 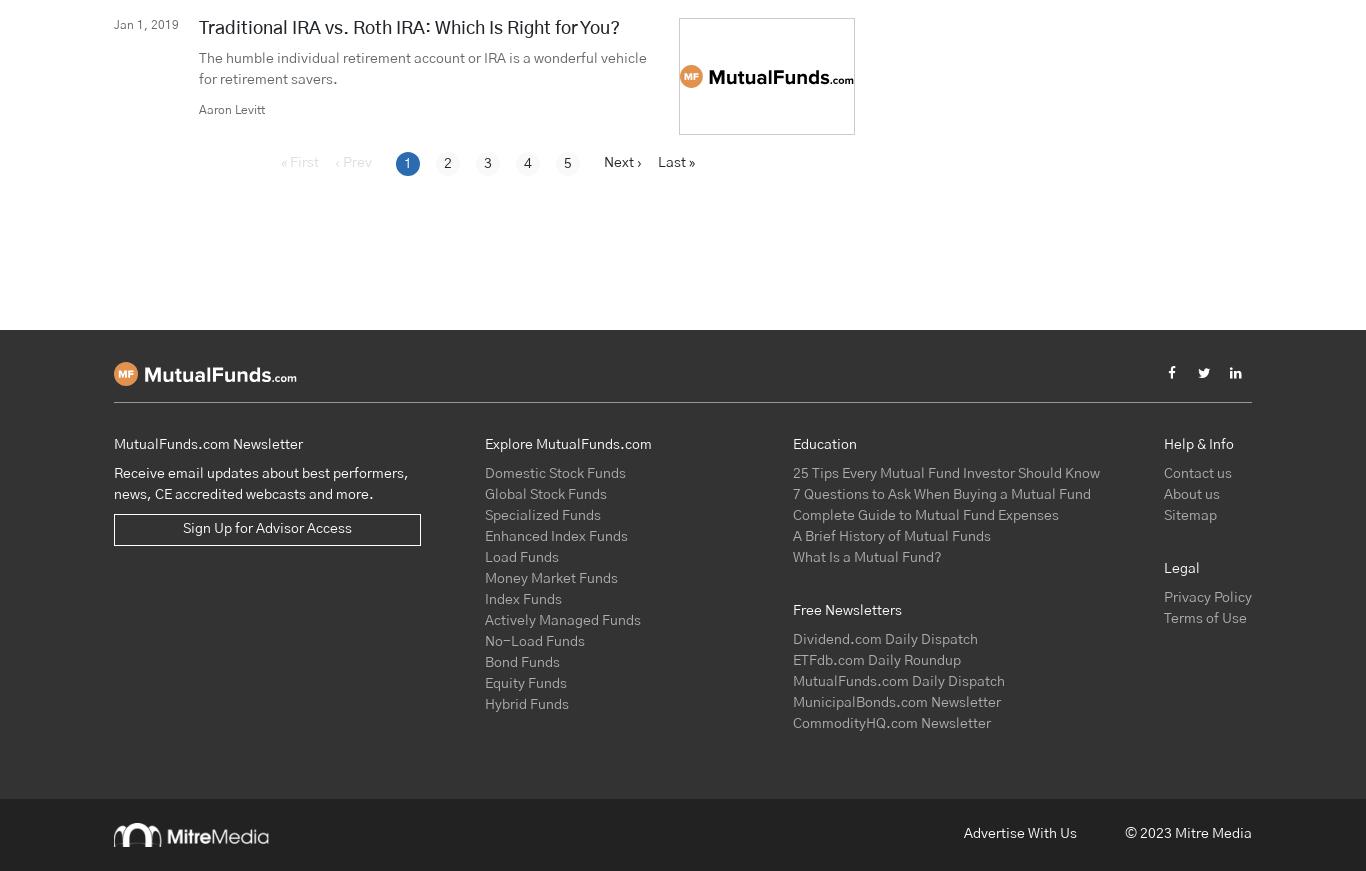 I want to click on 'Bond Funds', so click(x=522, y=660).